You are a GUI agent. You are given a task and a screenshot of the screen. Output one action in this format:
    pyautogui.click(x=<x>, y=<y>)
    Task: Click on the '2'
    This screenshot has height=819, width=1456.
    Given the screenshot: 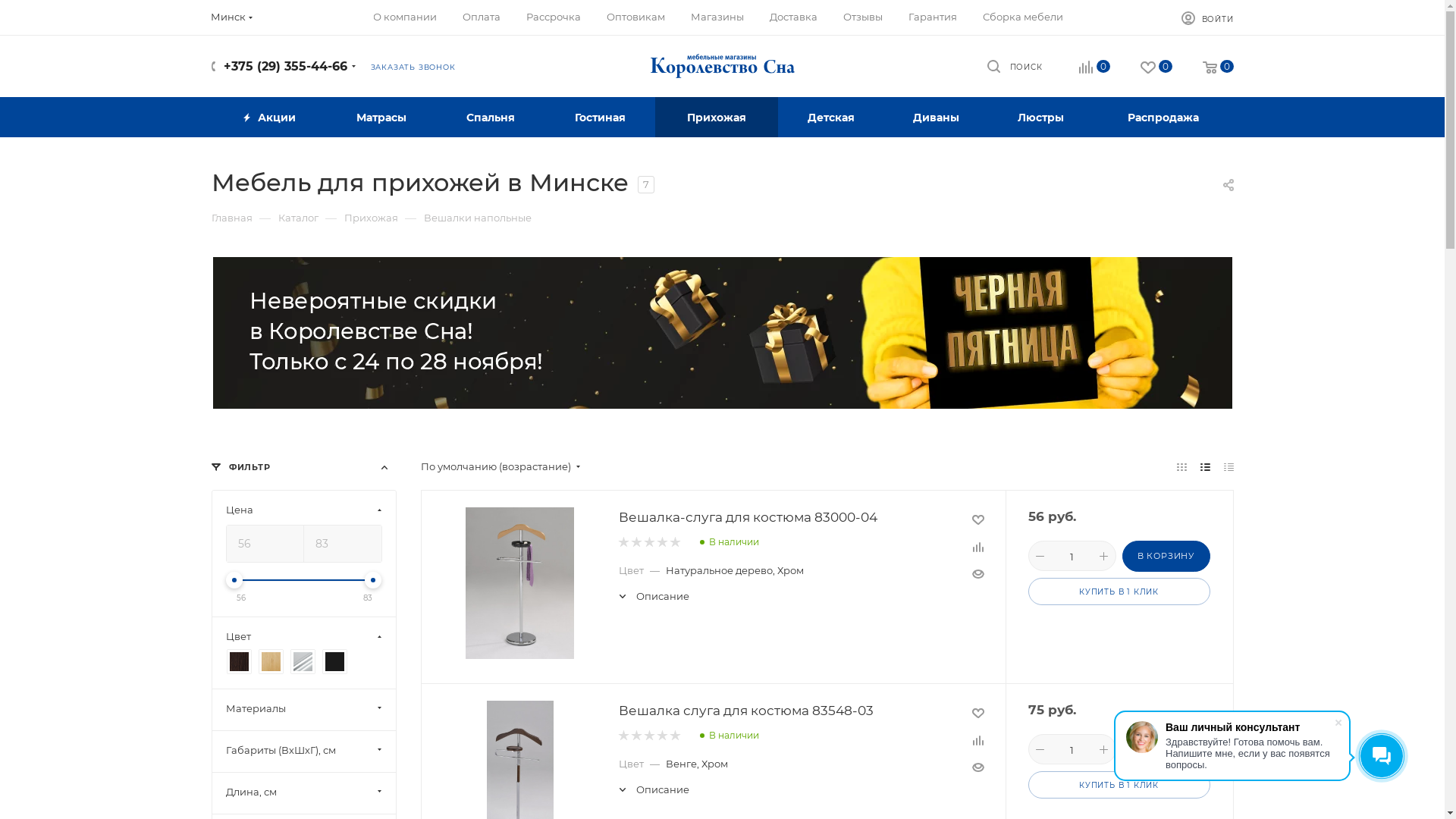 What is the action you would take?
    pyautogui.click(x=635, y=735)
    